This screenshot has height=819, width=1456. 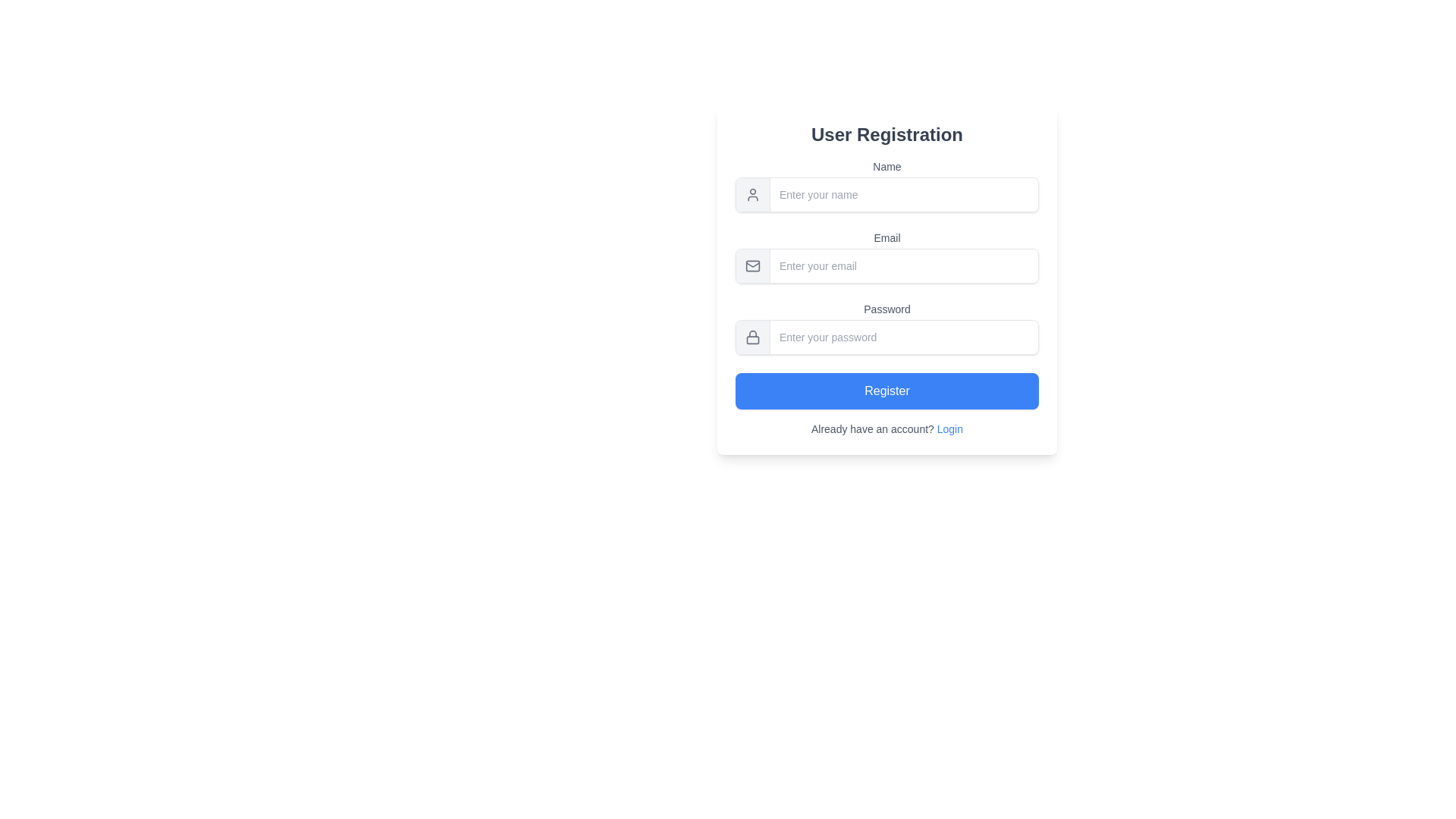 I want to click on the 'Login' hyperlink, which is blue and underlined, located within the prompt 'Already have an account?' at the bottom of the form, so click(x=949, y=429).